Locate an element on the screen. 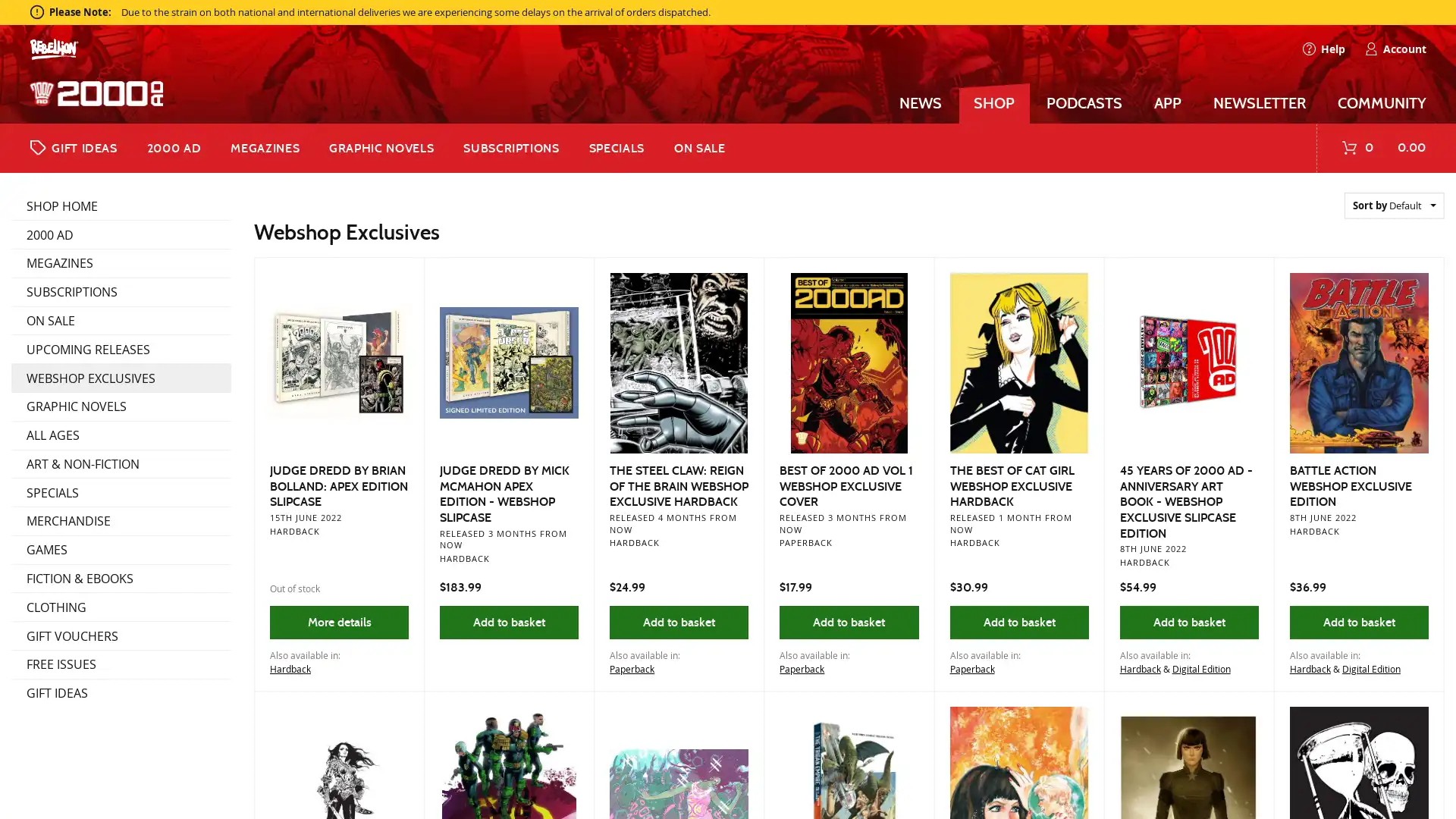 This screenshot has height=819, width=1456. Add to basket is located at coordinates (1188, 622).